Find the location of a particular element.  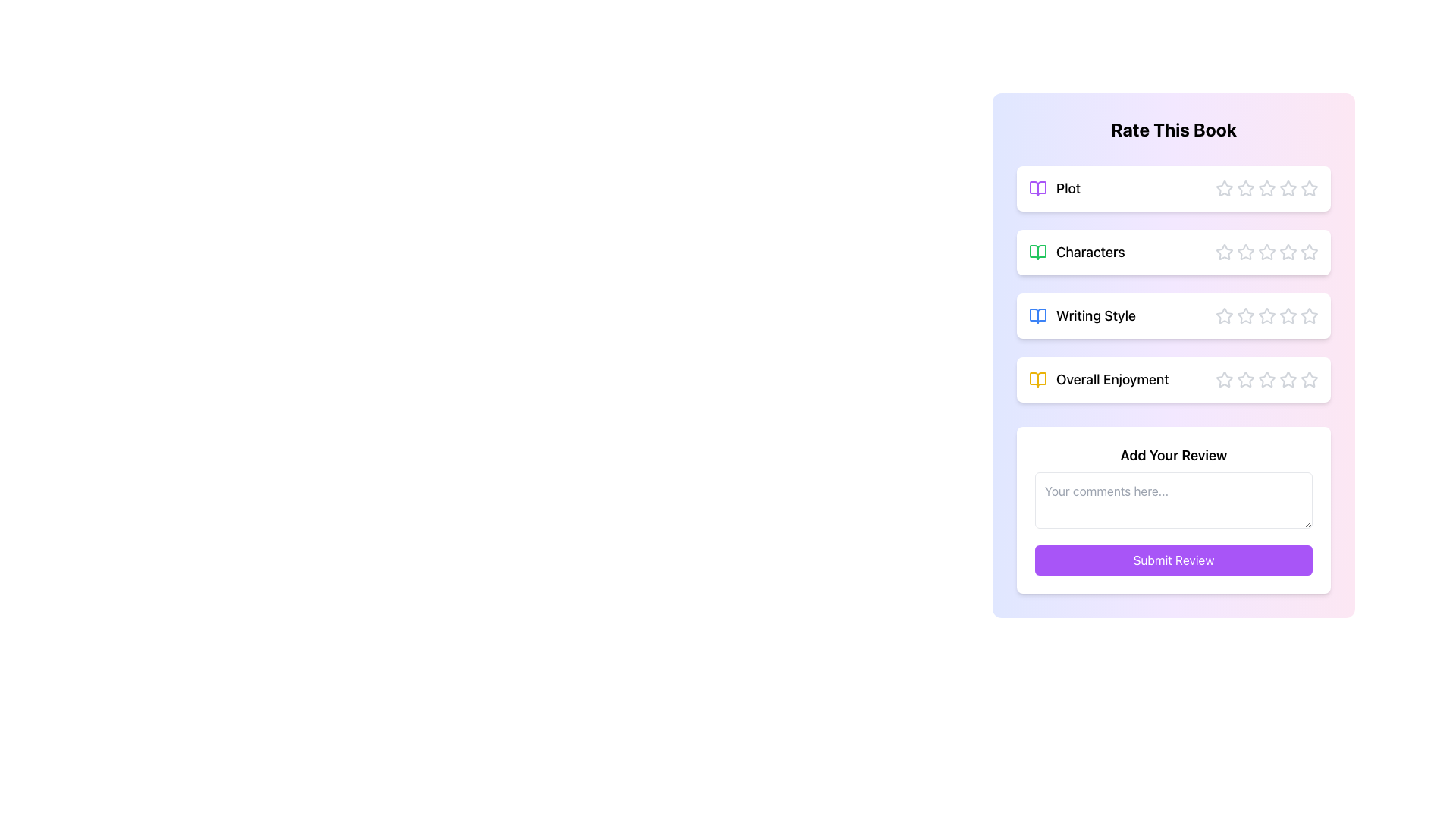

the second star icon in the 'Characters' rating row is located at coordinates (1244, 250).